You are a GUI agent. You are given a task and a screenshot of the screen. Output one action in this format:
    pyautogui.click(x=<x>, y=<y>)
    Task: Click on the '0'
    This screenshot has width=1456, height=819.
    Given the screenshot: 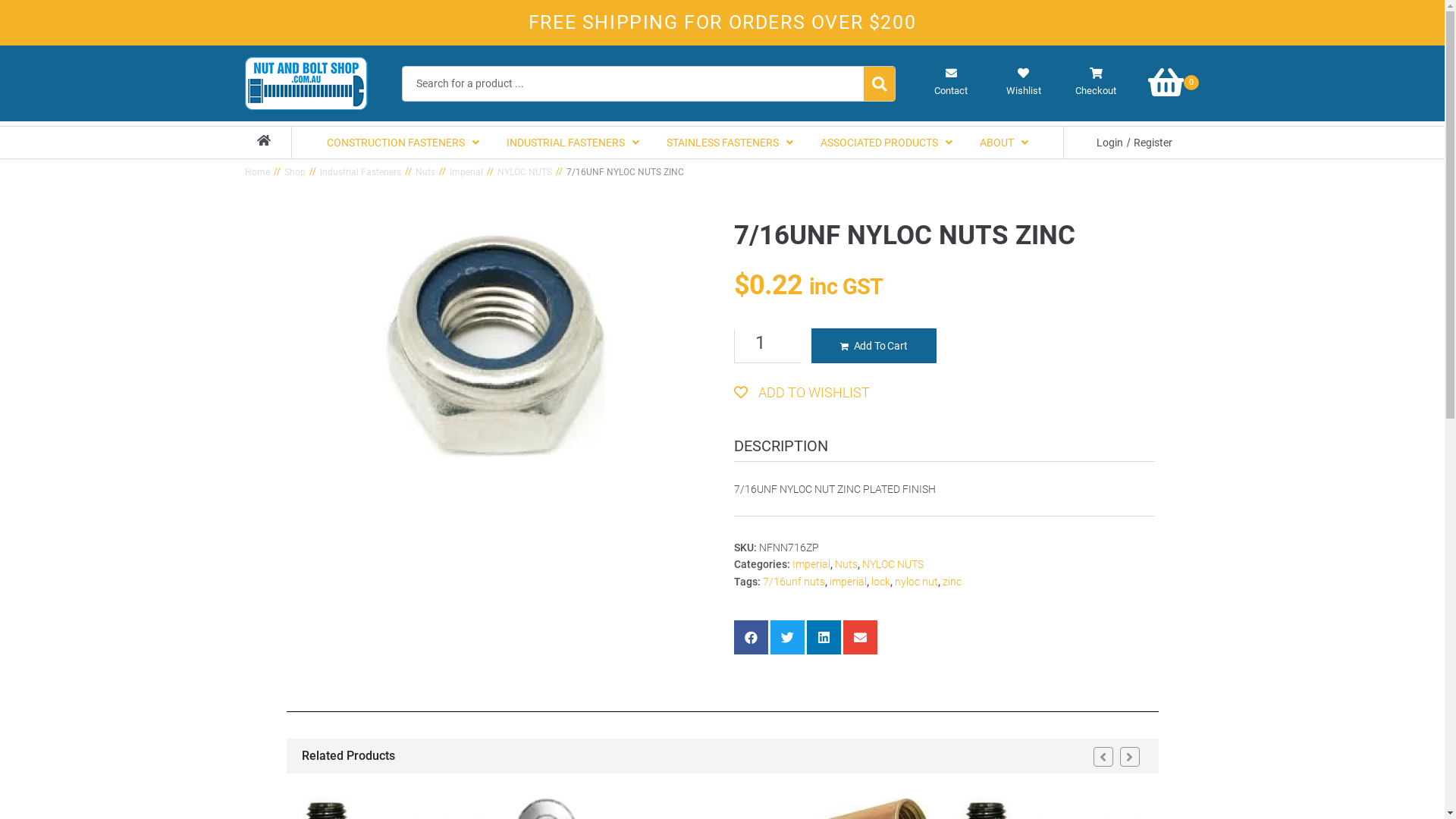 What is the action you would take?
    pyautogui.click(x=1175, y=82)
    